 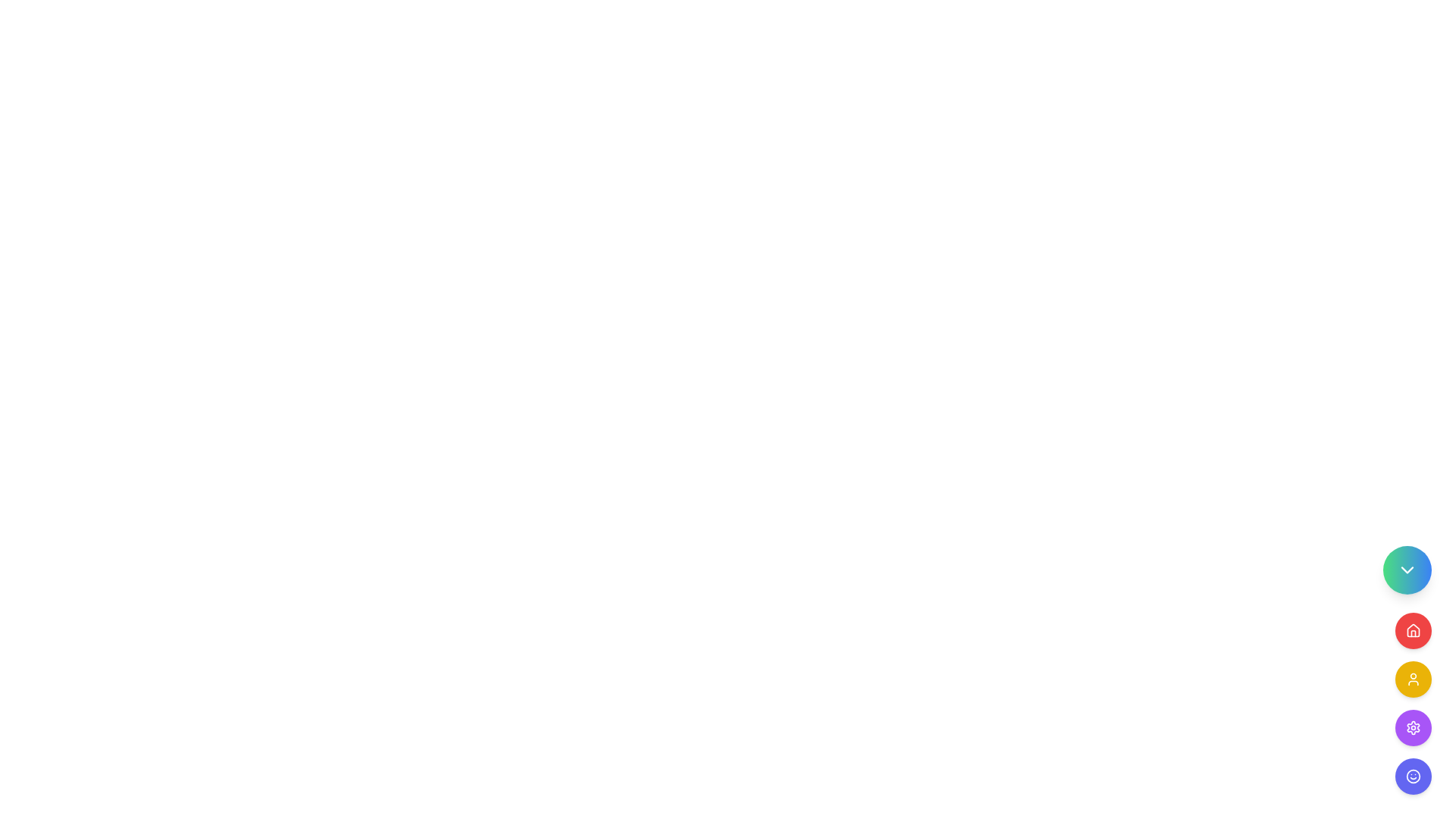 What do you see at coordinates (1412, 629) in the screenshot?
I see `the geometric house icon with a triangular roof and rectangular base, which is styled in bold red color` at bounding box center [1412, 629].